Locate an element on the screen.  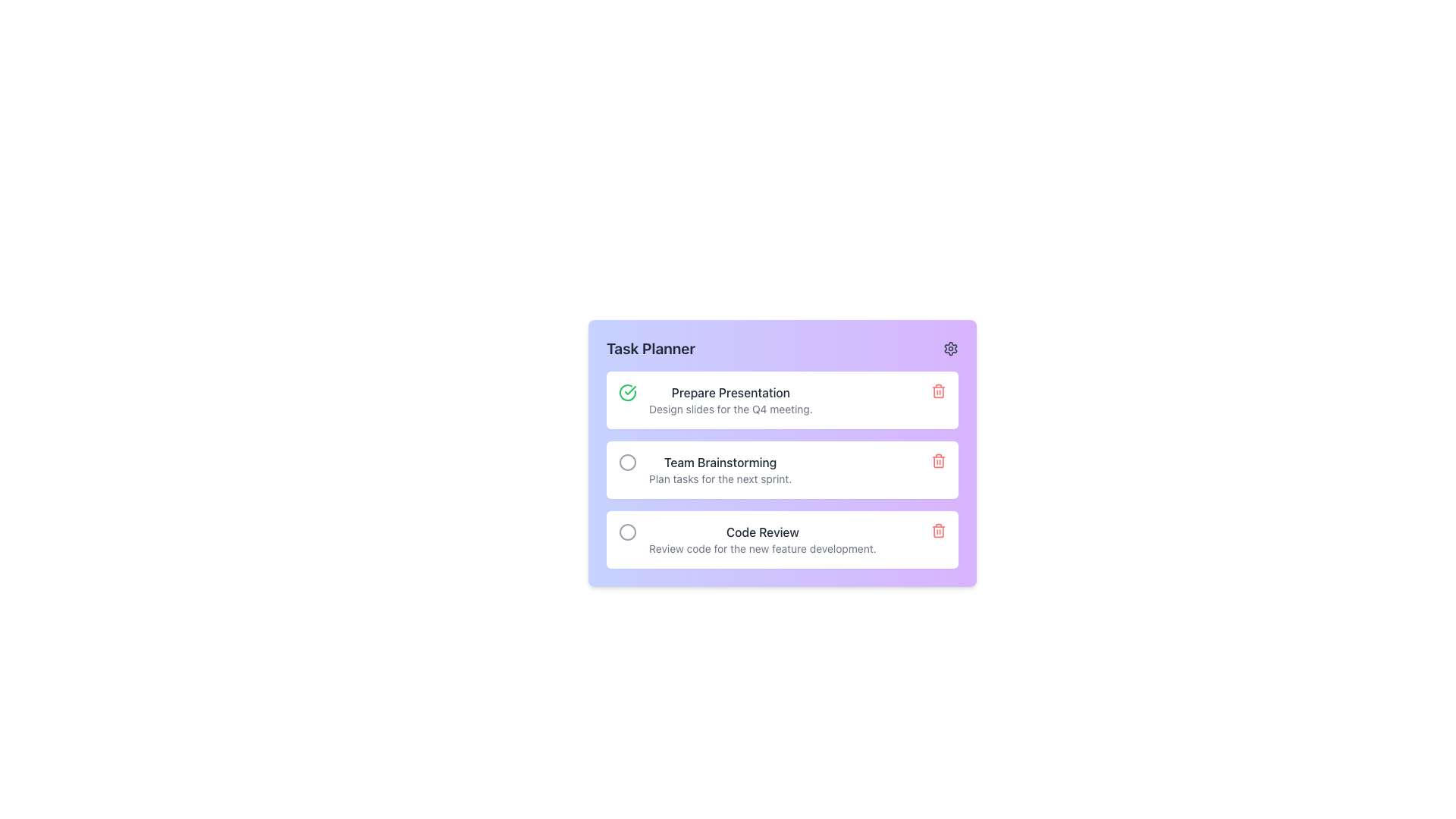
the gear icon located at the far right of the 'Task Planner' header is located at coordinates (949, 348).